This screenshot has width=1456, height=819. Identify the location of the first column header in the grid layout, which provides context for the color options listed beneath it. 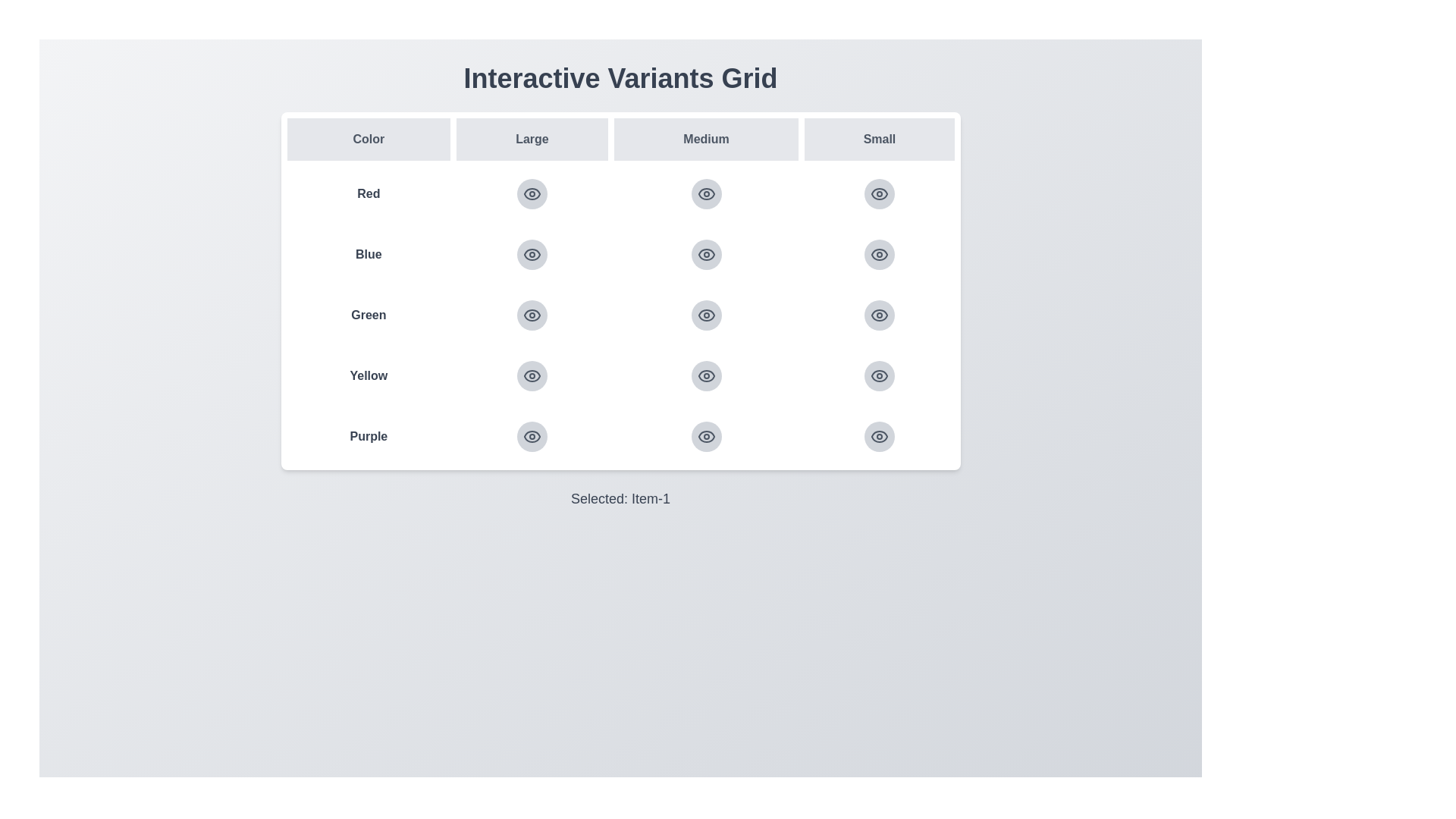
(369, 140).